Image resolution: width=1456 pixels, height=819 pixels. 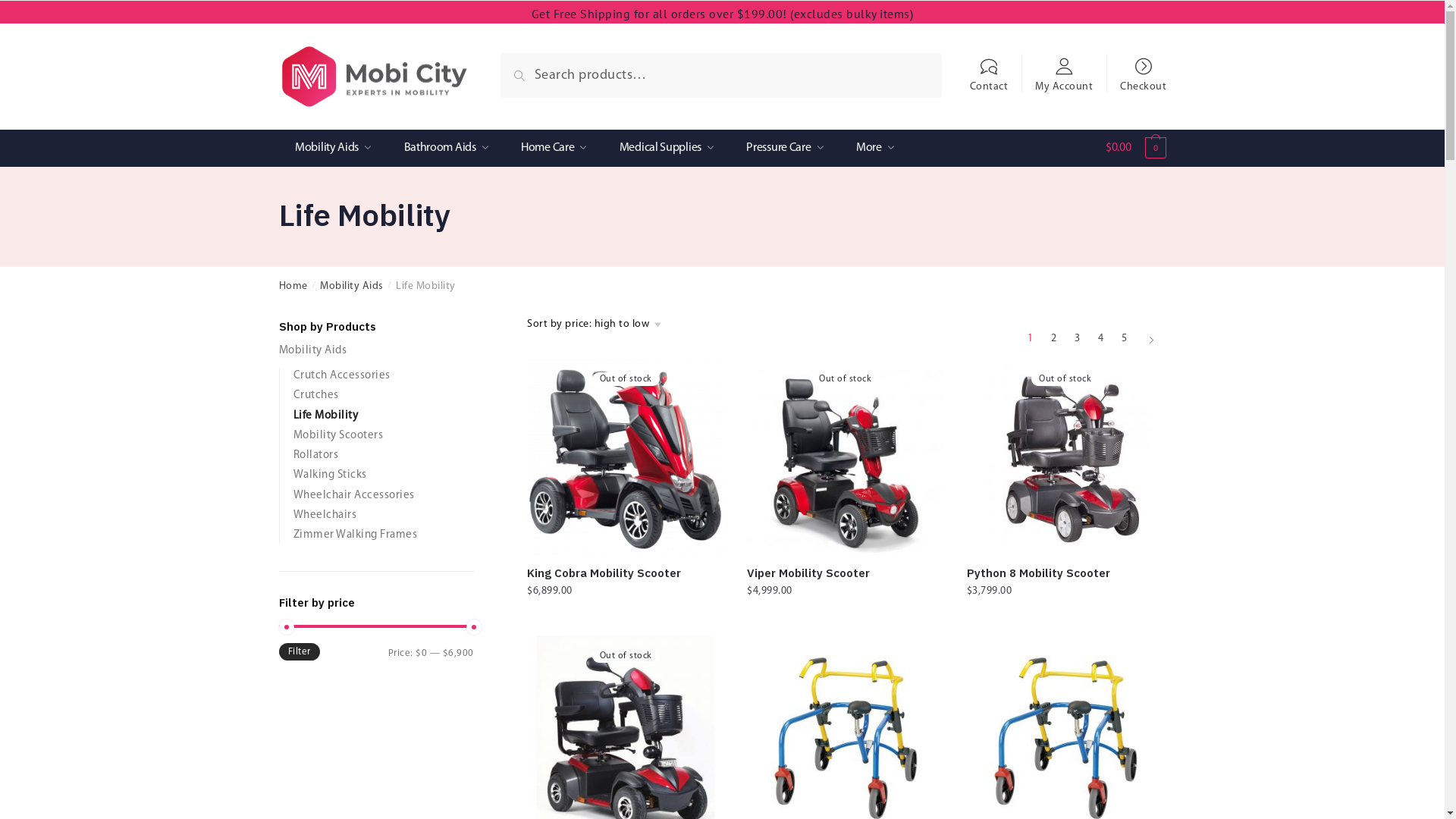 I want to click on 'Wheelchairs', so click(x=323, y=514).